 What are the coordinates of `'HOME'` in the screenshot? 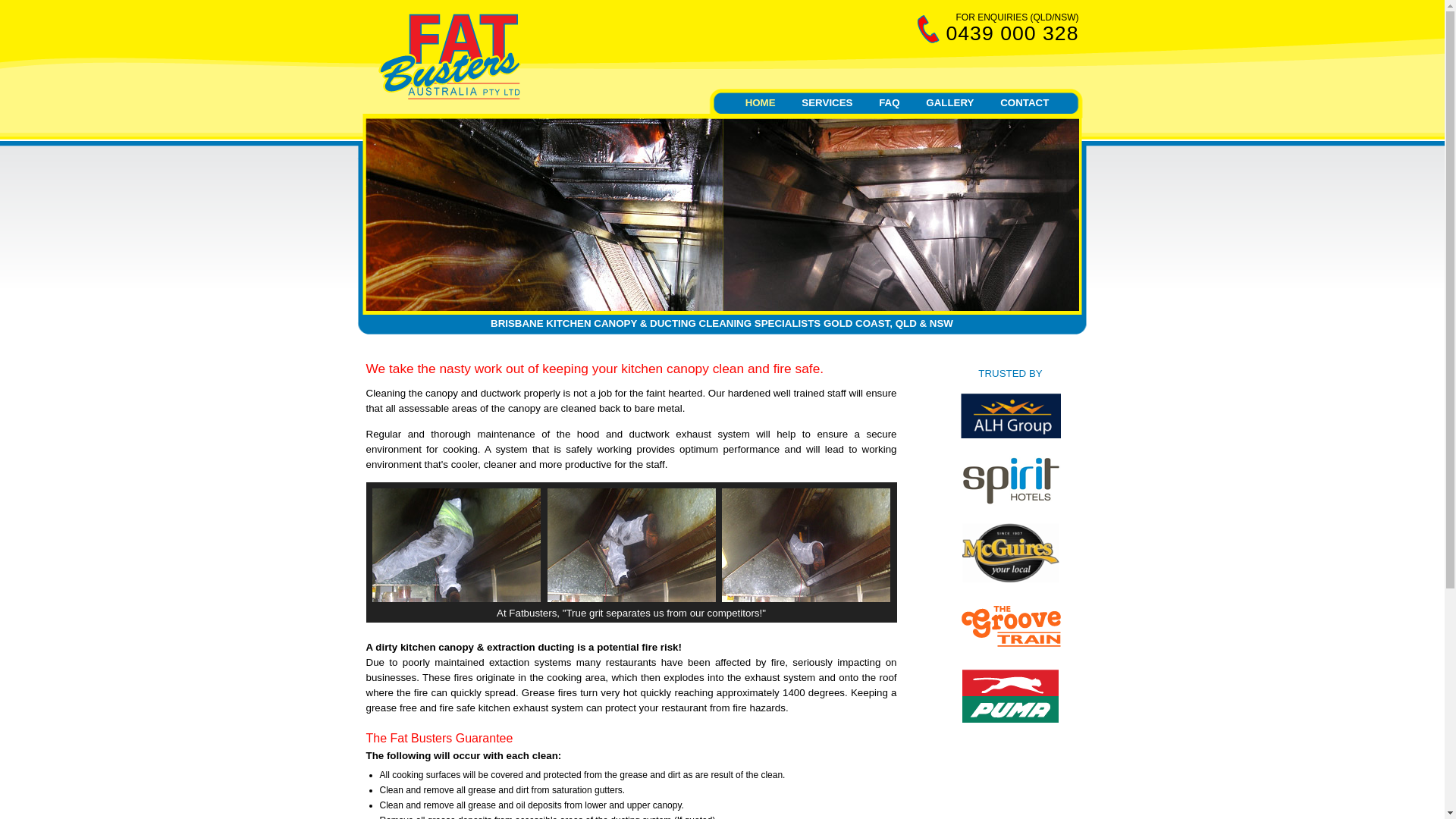 It's located at (761, 102).